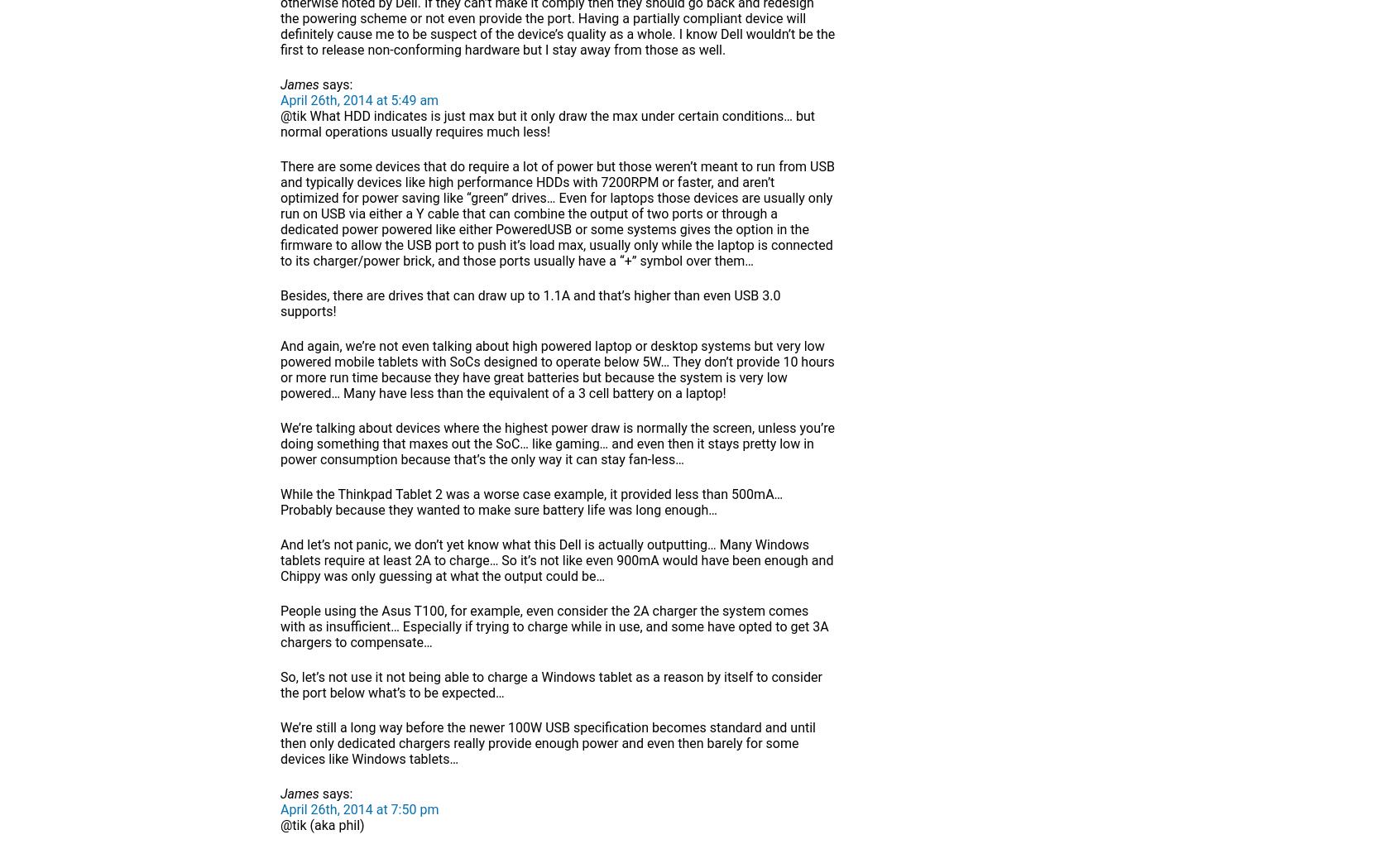 This screenshot has height=849, width=1400. What do you see at coordinates (554, 626) in the screenshot?
I see `'People using the Asus T100, for example, even consider the 2A charger the system comes with as insufficient… Especially if trying to charge while in use, and some have opted to get 3A chargers to compensate…'` at bounding box center [554, 626].